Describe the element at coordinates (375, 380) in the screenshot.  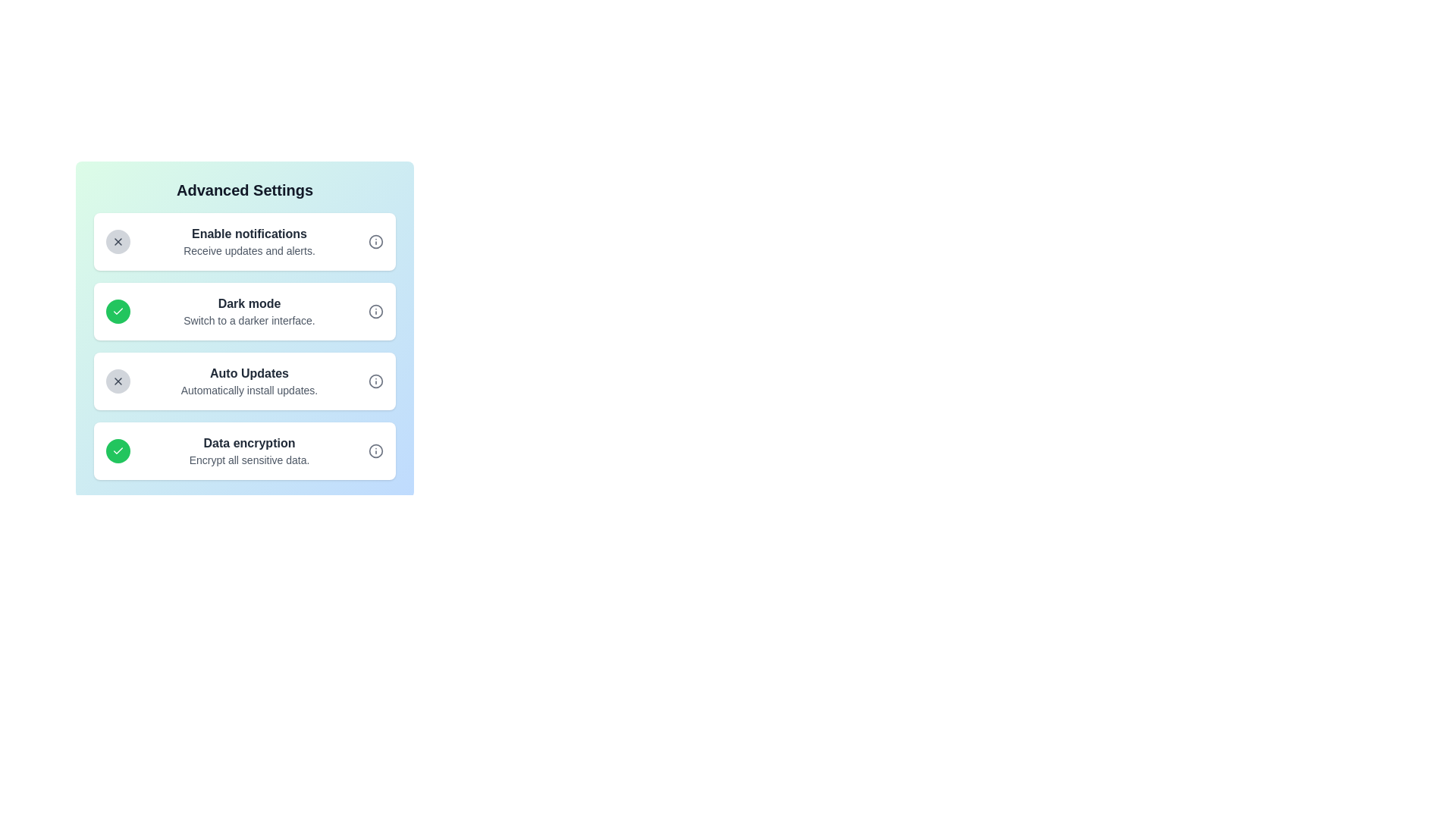
I see `the information icon for Auto Updates to view its description` at that location.